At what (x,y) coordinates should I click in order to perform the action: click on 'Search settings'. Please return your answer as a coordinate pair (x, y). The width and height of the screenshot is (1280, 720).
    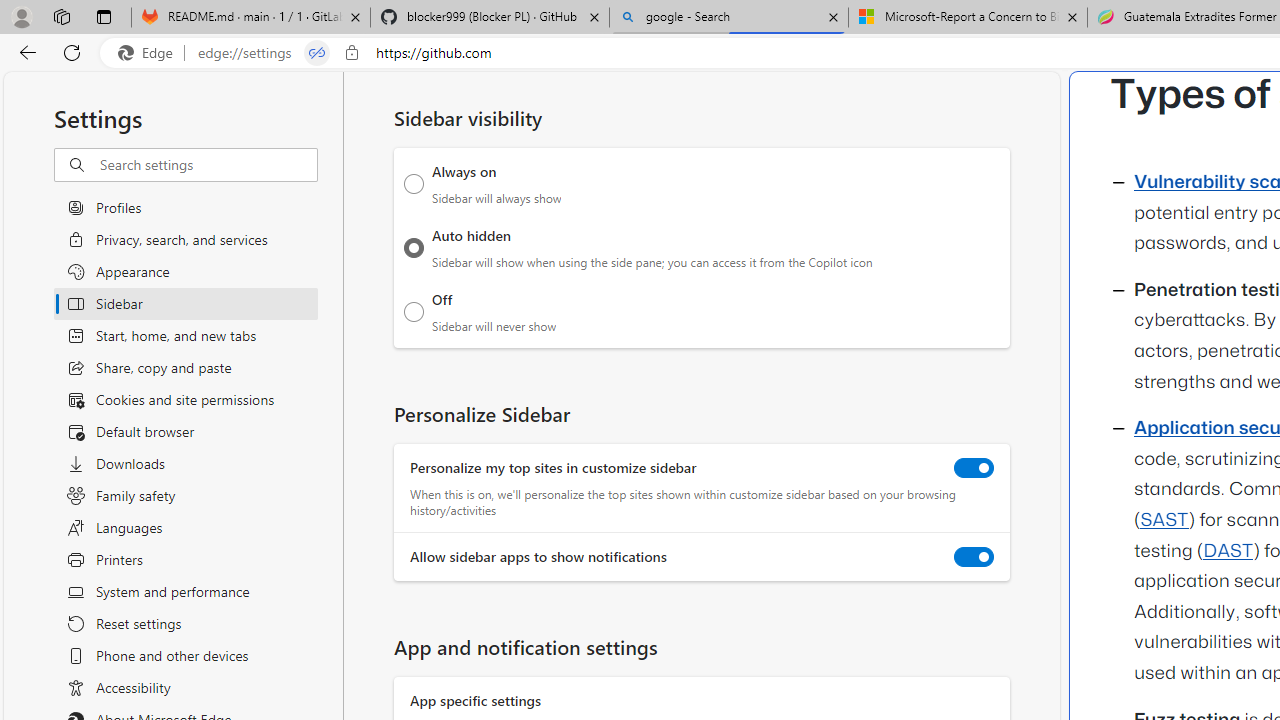
    Looking at the image, I should click on (208, 164).